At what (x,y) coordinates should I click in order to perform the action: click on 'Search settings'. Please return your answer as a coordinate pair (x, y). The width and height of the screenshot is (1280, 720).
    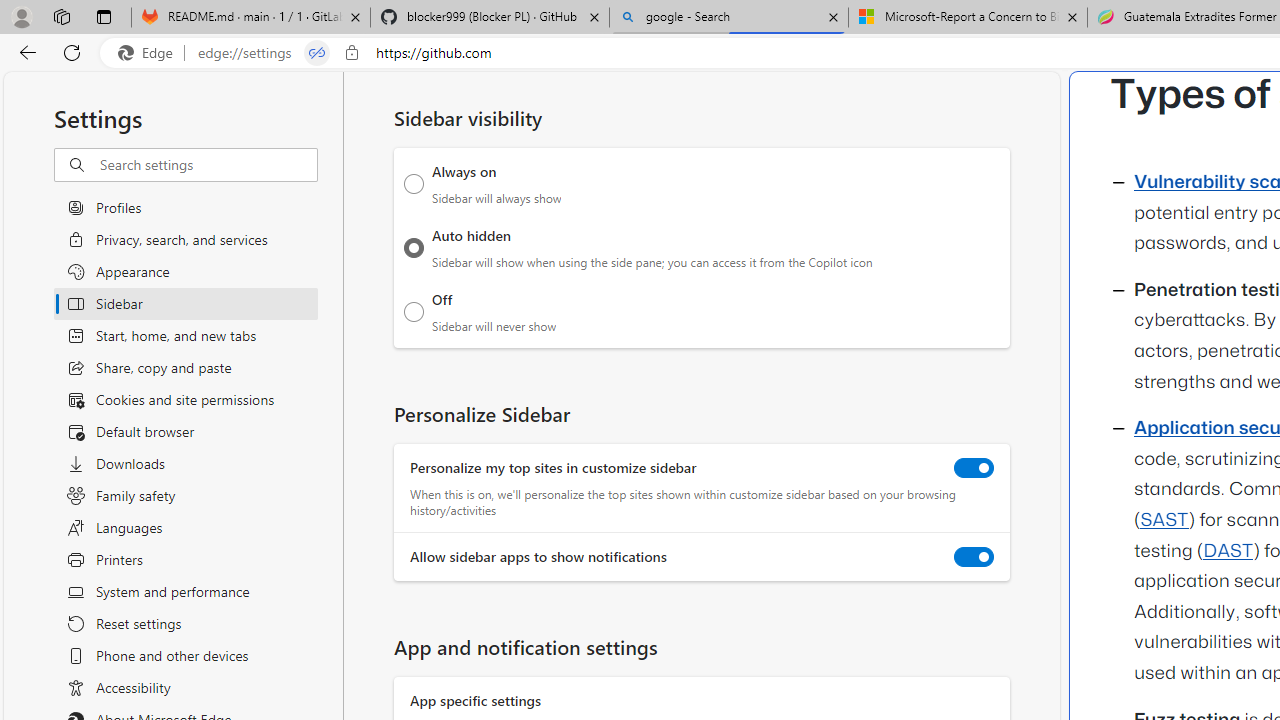
    Looking at the image, I should click on (208, 164).